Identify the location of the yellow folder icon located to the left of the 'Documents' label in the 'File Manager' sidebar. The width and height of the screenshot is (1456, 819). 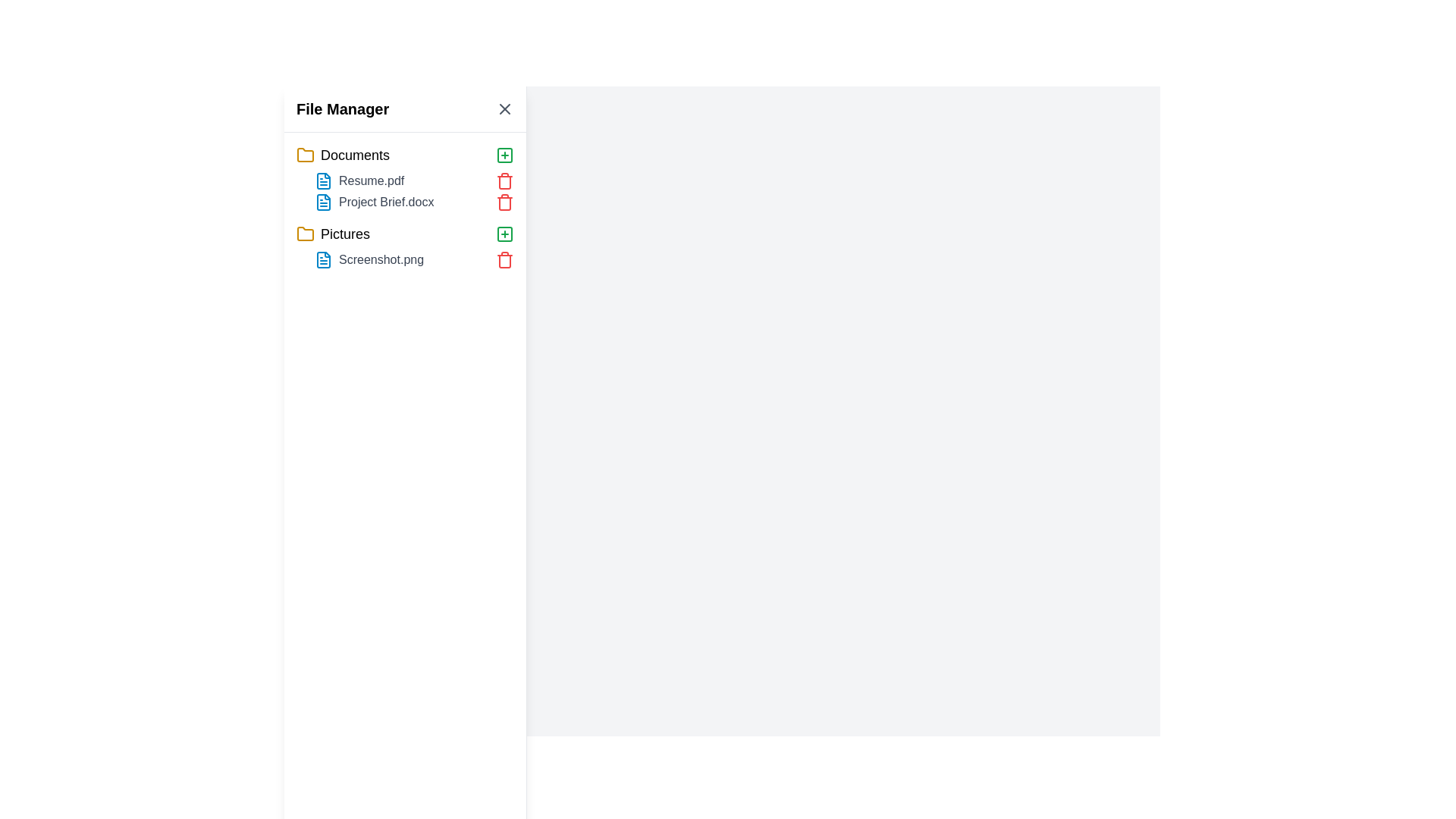
(305, 155).